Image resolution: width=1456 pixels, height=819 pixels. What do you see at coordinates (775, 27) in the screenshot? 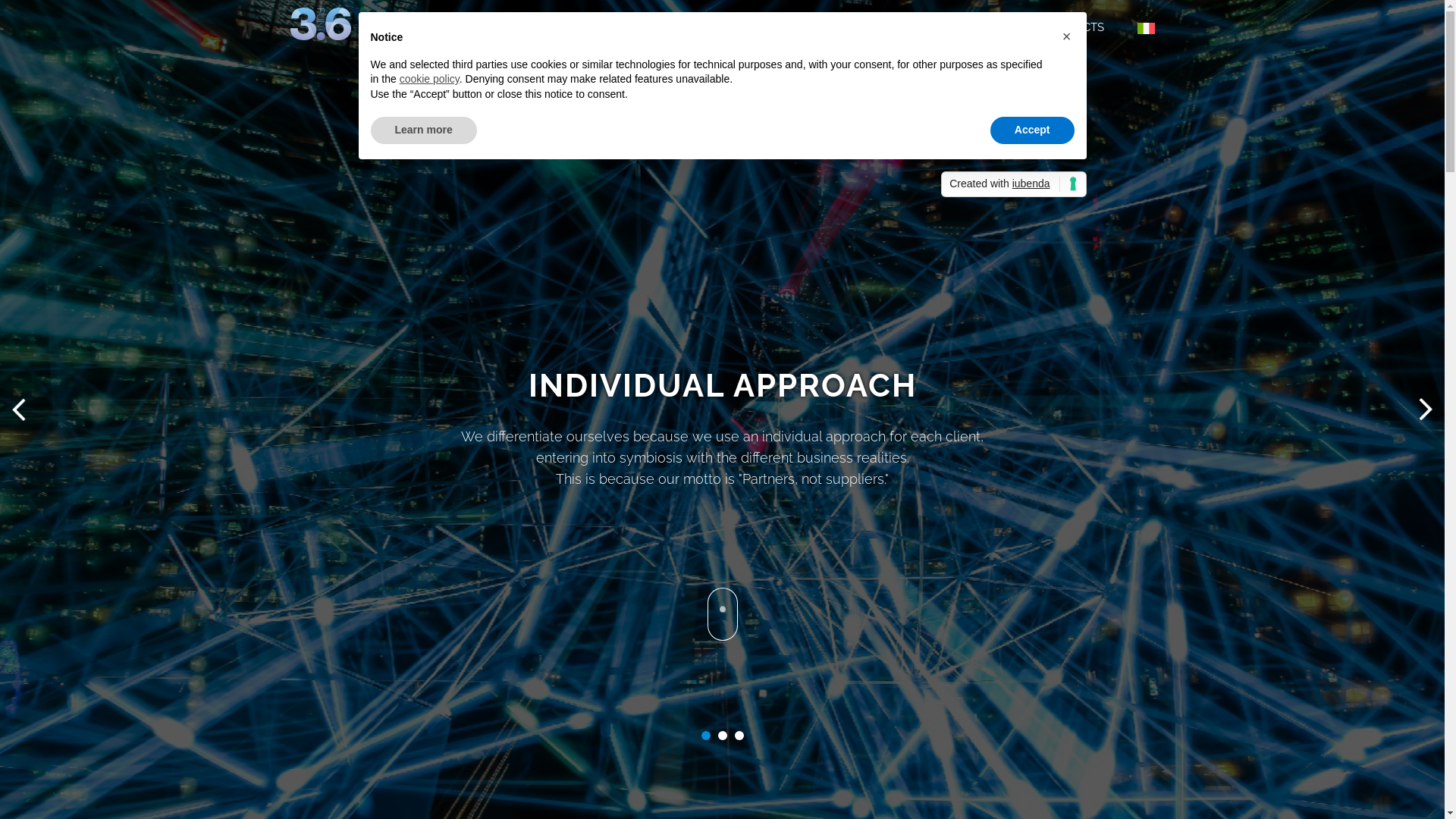
I see `'TECHNOLOGIES'` at bounding box center [775, 27].